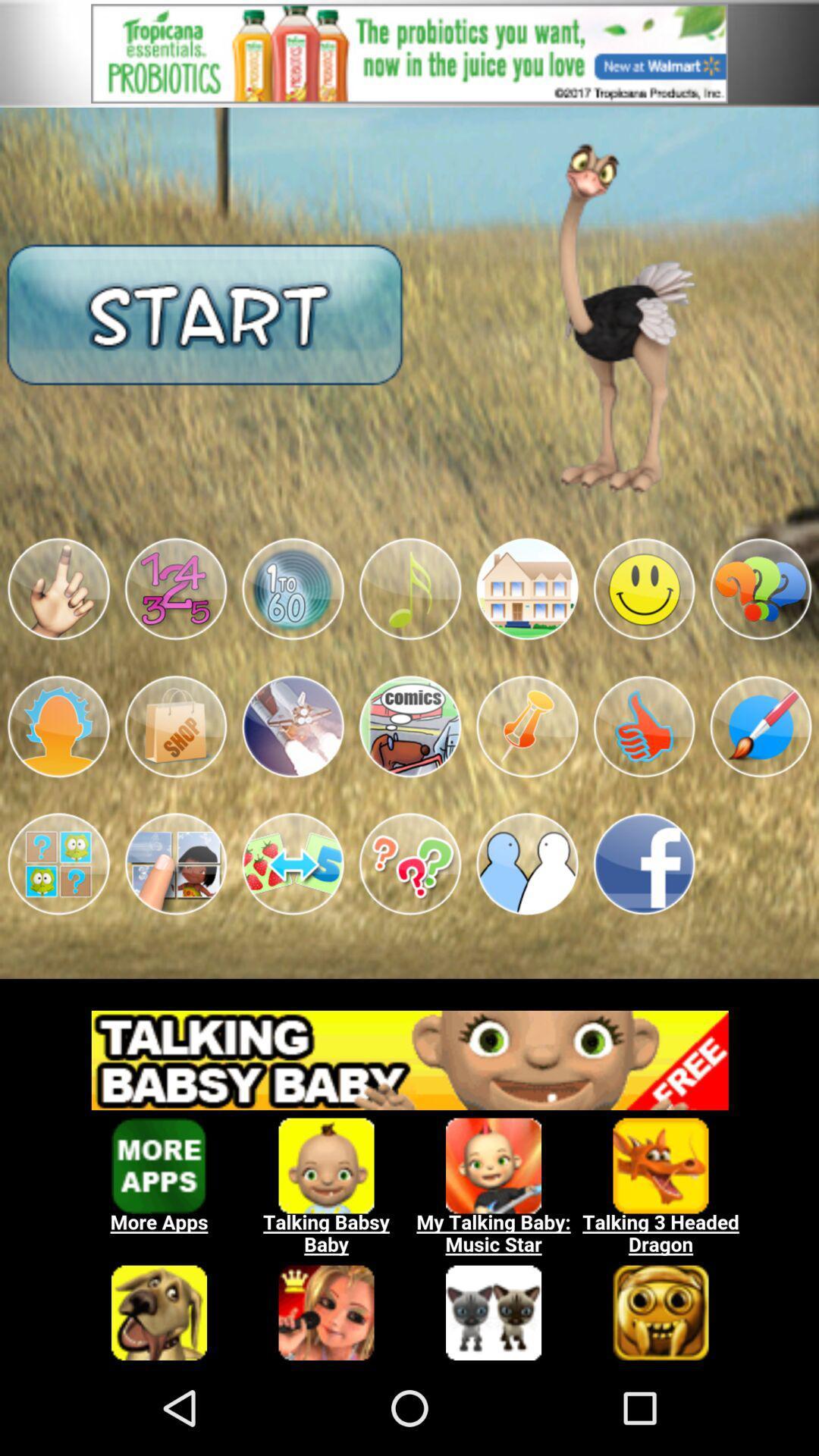 The width and height of the screenshot is (819, 1456). I want to click on the music icon, so click(409, 630).